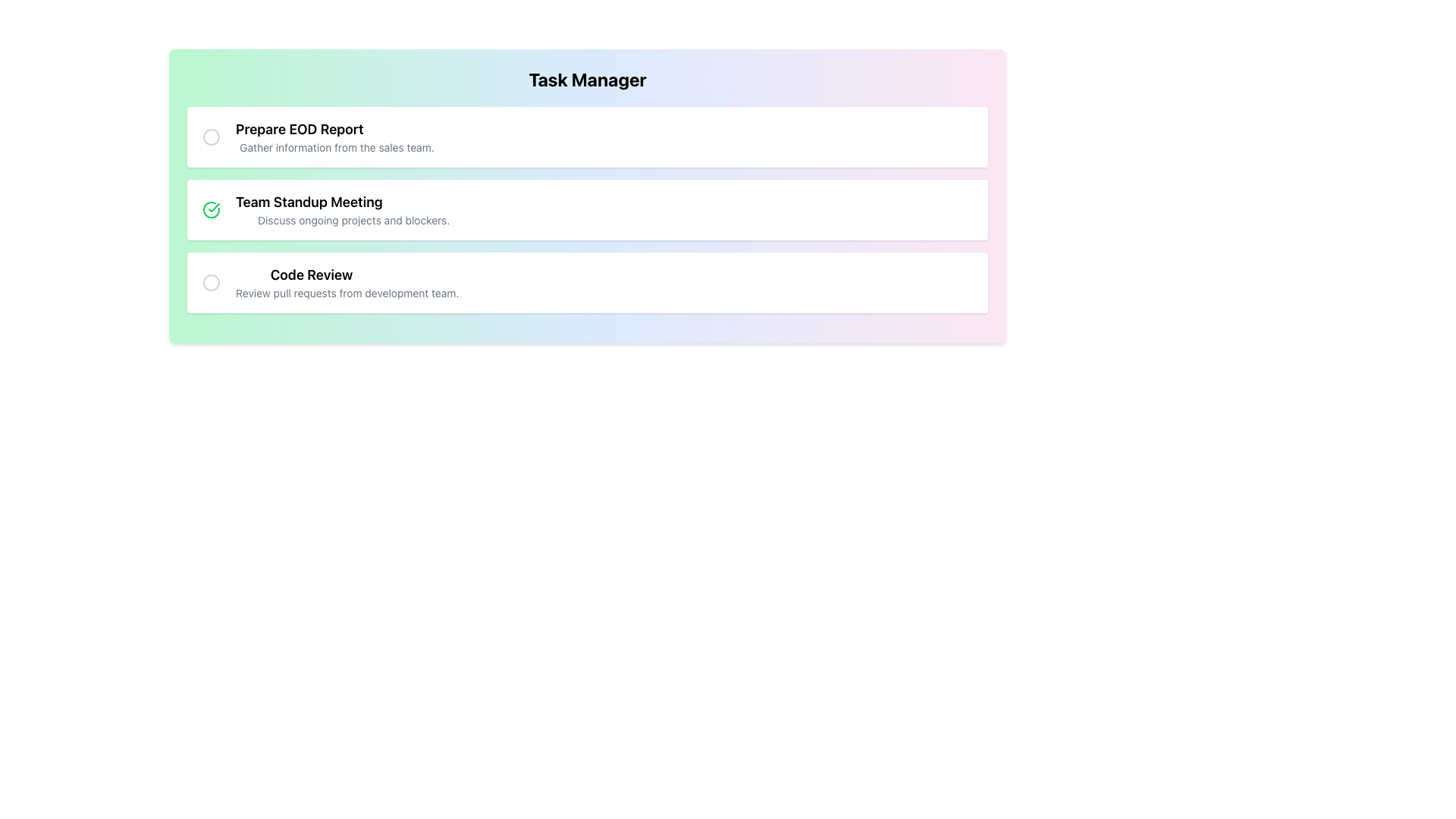 The height and width of the screenshot is (819, 1456). What do you see at coordinates (328, 283) in the screenshot?
I see `the third task item in the Task Manager titled 'Code Review' with a low priority label in a green badge` at bounding box center [328, 283].